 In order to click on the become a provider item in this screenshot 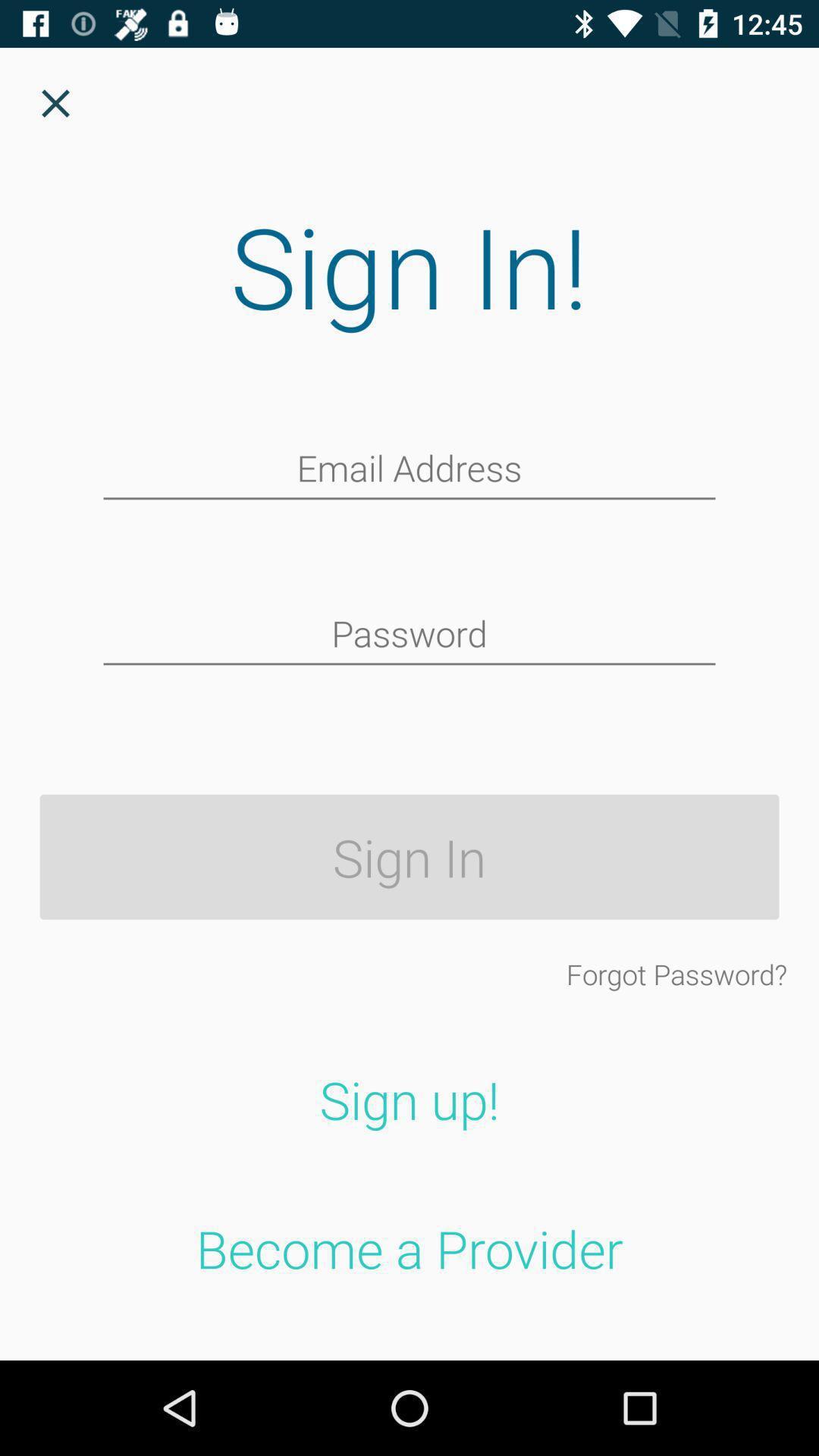, I will do `click(409, 1248)`.